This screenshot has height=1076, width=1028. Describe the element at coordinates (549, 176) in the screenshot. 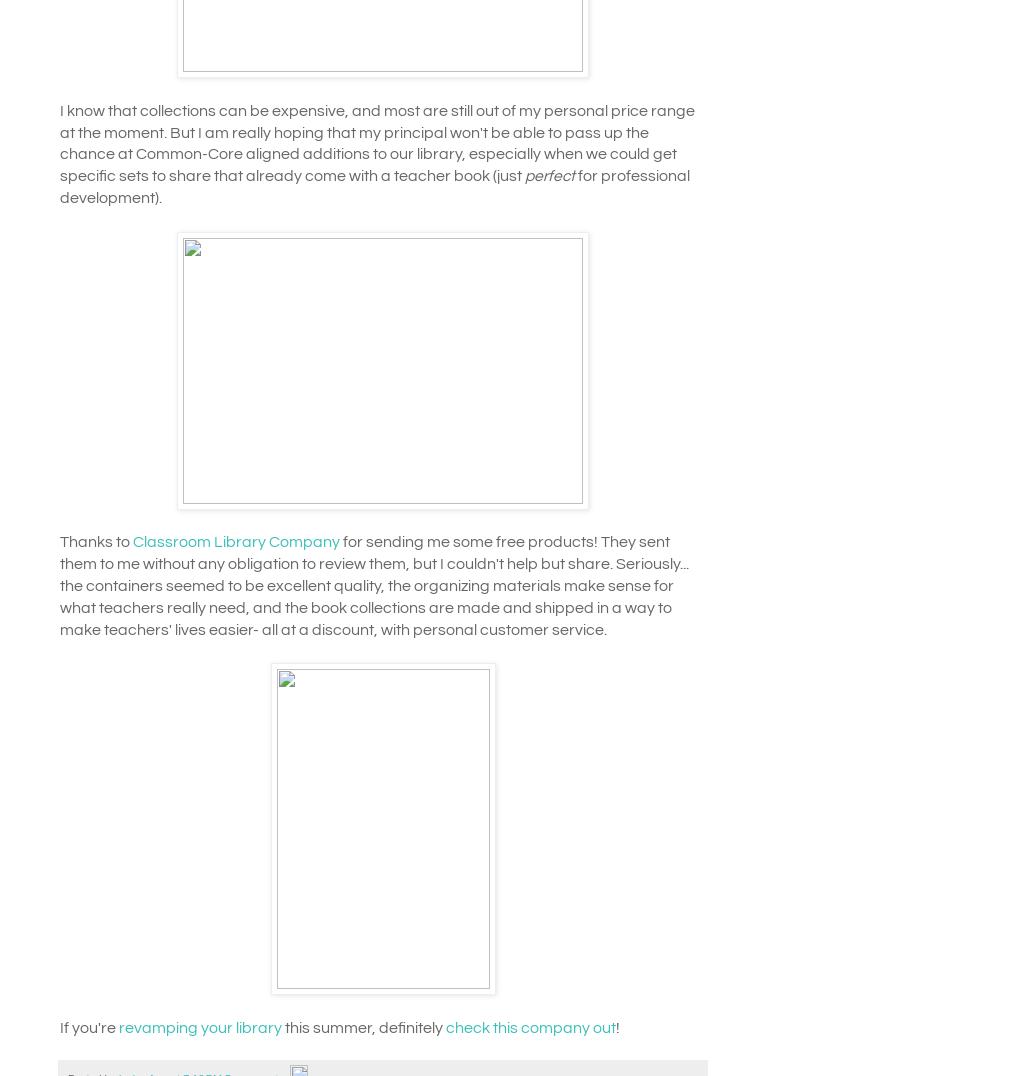

I see `'perfect'` at that location.